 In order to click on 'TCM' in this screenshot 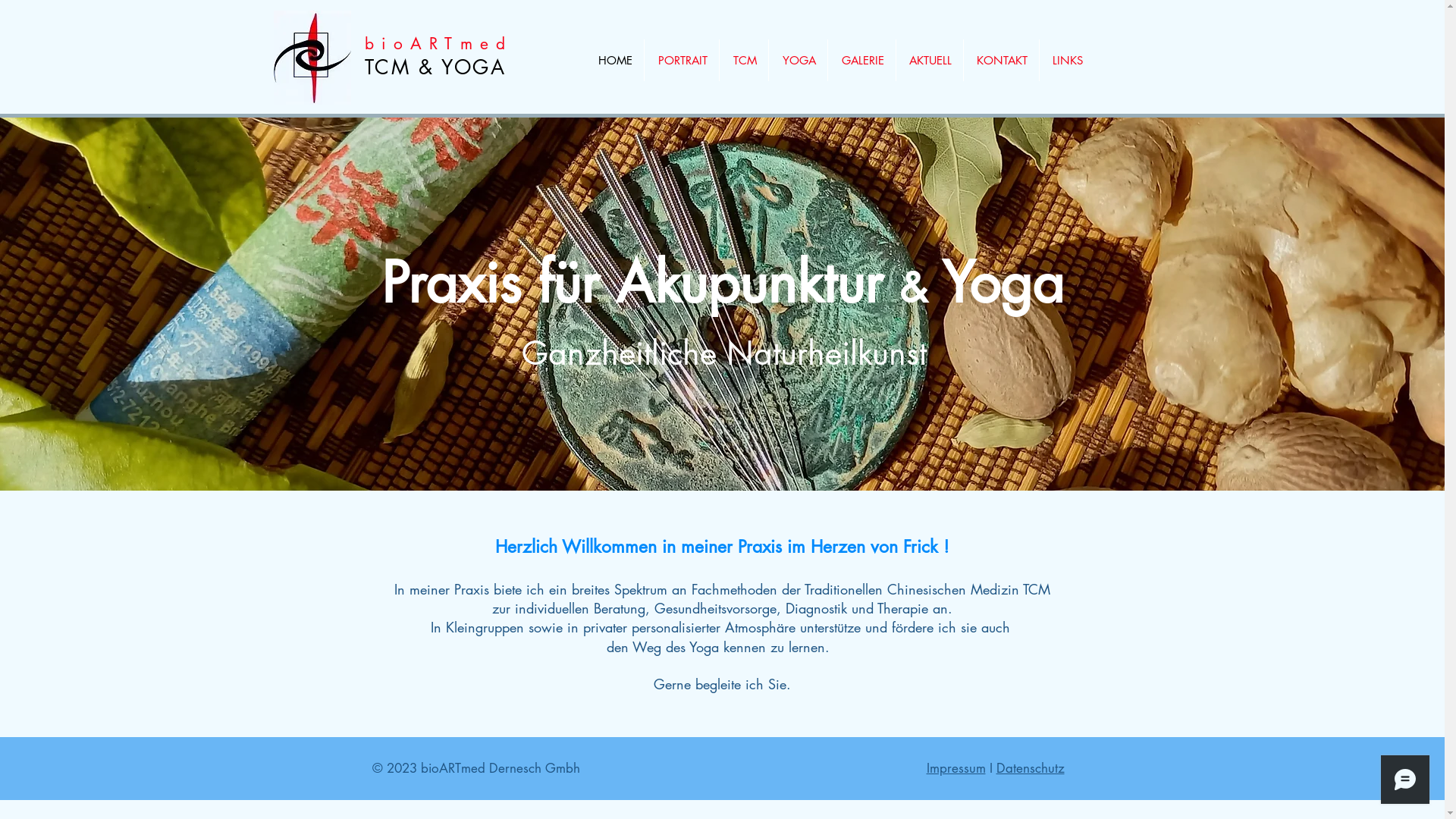, I will do `click(742, 59)`.